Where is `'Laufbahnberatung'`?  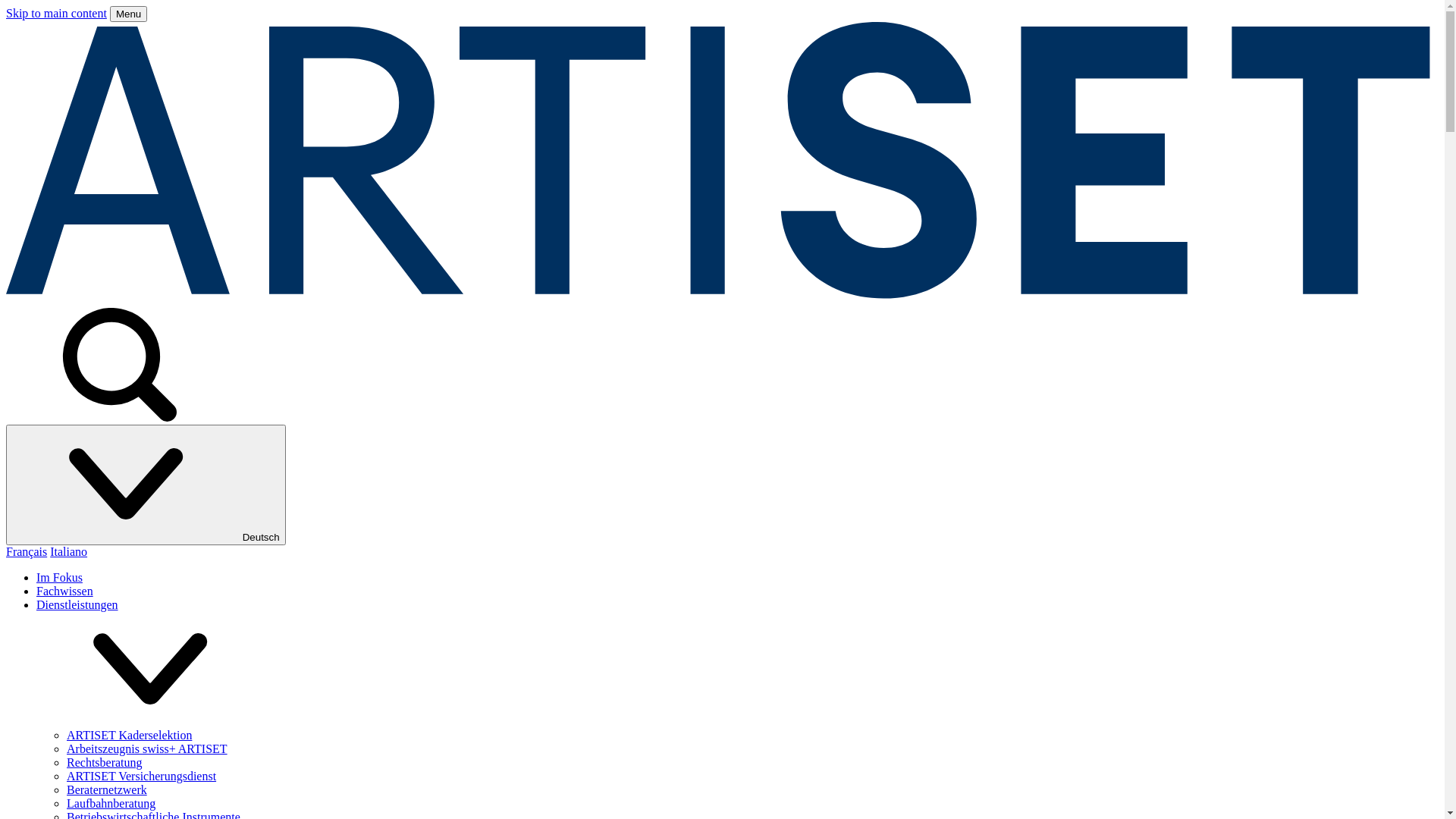
'Laufbahnberatung' is located at coordinates (110, 802).